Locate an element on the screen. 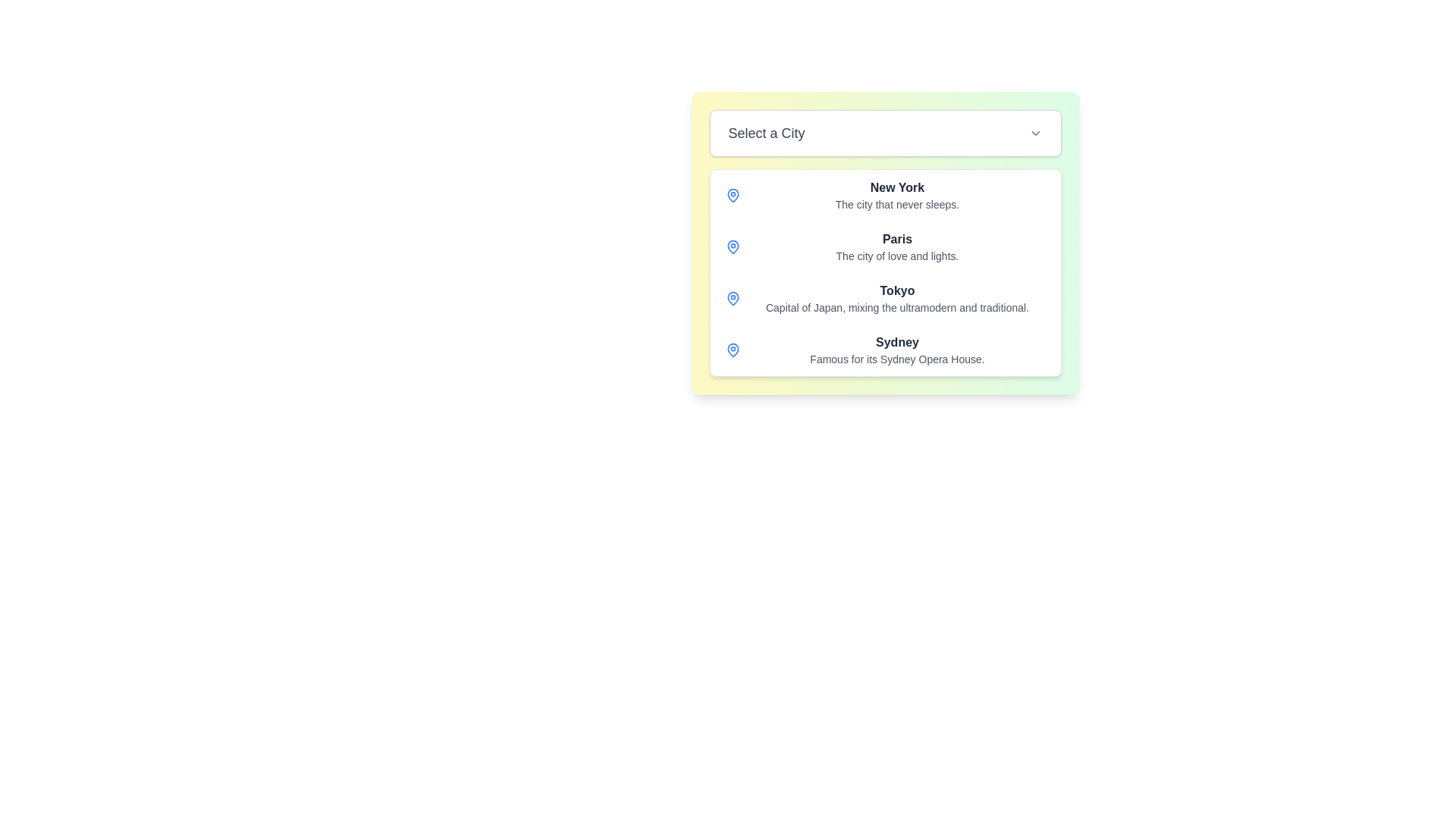 The image size is (1456, 819). the list item displaying 'Tokyo', which includes a bold title and a description is located at coordinates (885, 298).